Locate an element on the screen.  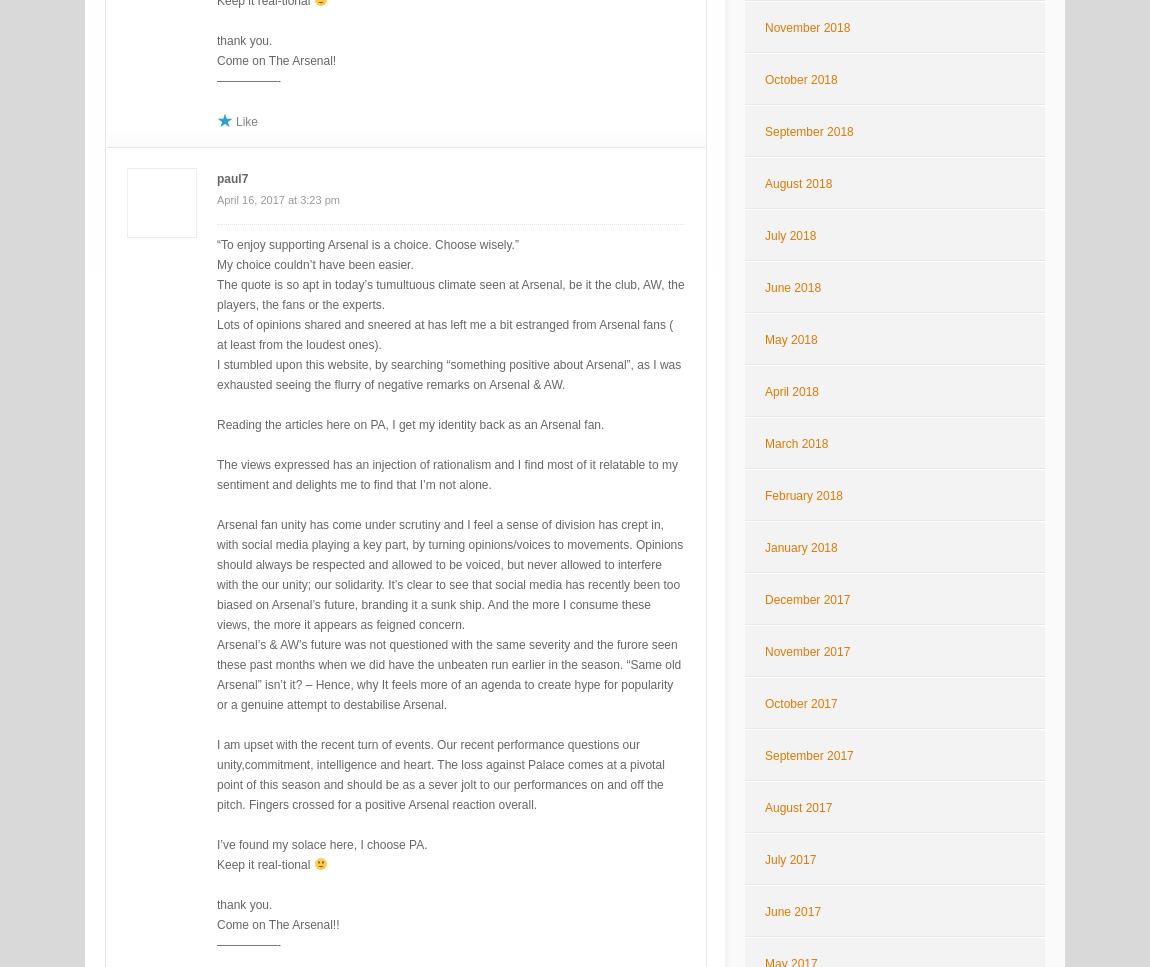
'July 2017' is located at coordinates (789, 858).